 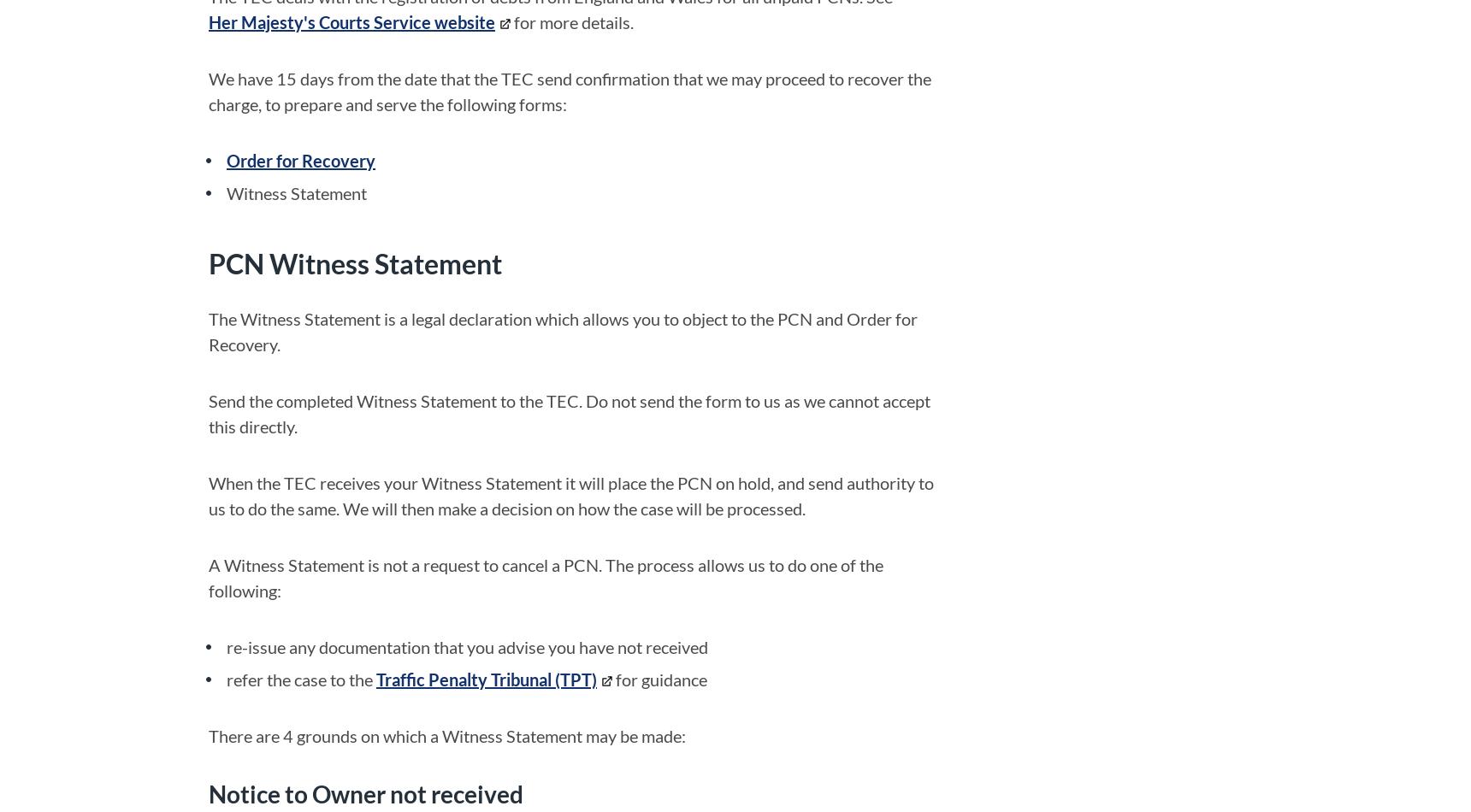 I want to click on 'Witness Statement', so click(x=227, y=191).